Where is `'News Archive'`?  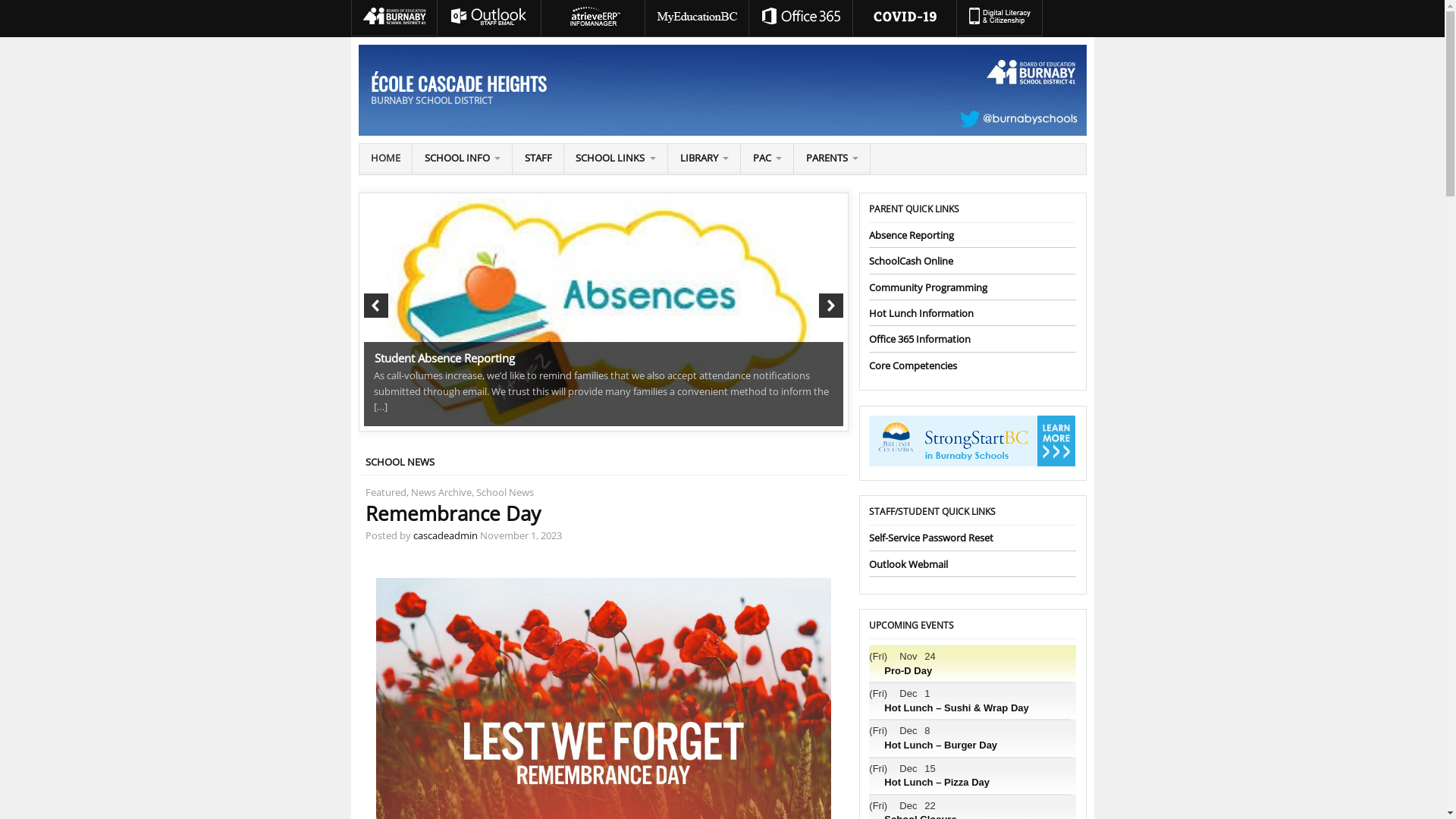
'News Archive' is located at coordinates (440, 491).